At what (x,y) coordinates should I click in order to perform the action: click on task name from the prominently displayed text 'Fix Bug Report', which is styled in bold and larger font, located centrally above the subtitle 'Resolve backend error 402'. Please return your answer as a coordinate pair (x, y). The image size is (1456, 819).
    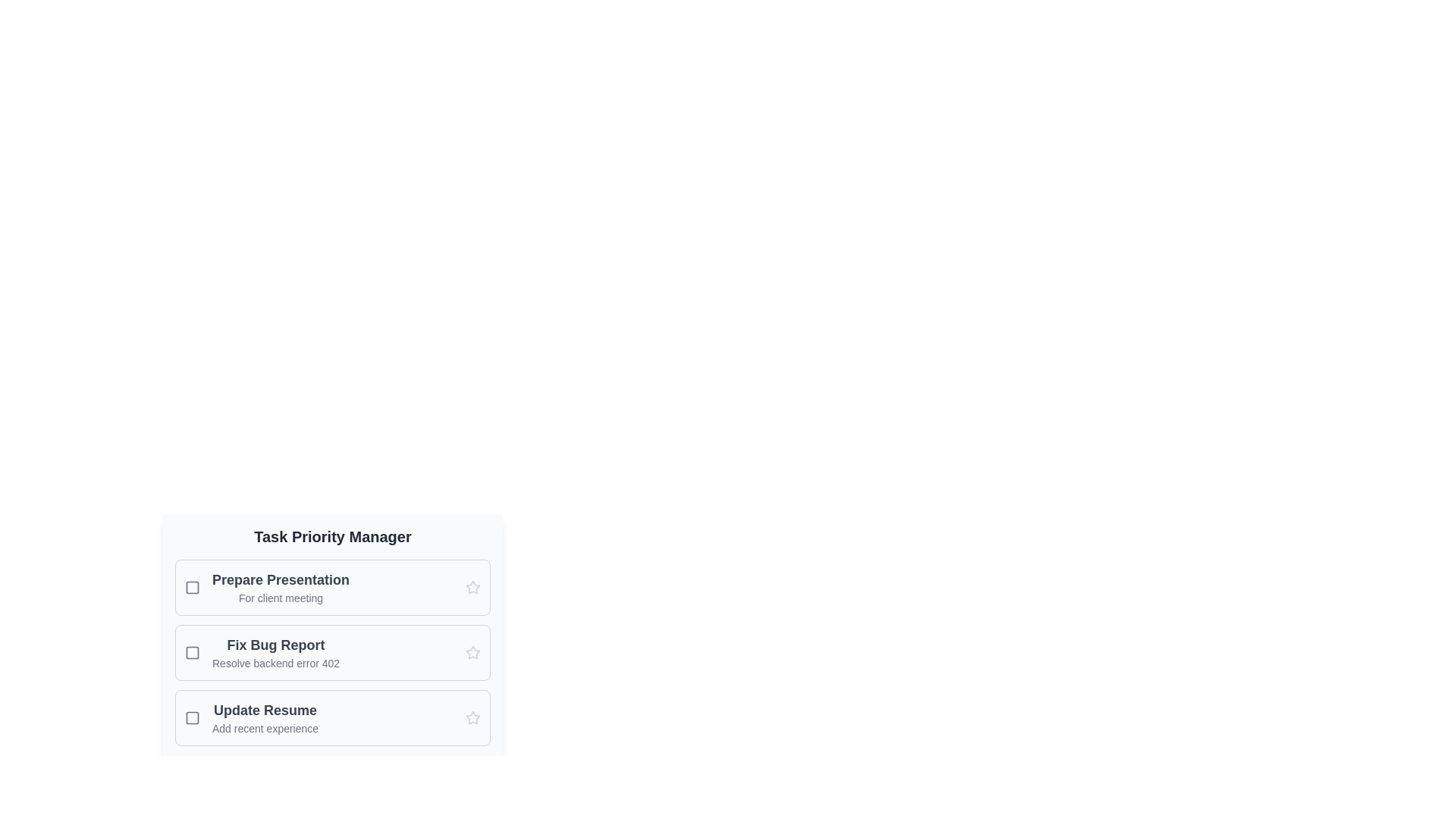
    Looking at the image, I should click on (276, 645).